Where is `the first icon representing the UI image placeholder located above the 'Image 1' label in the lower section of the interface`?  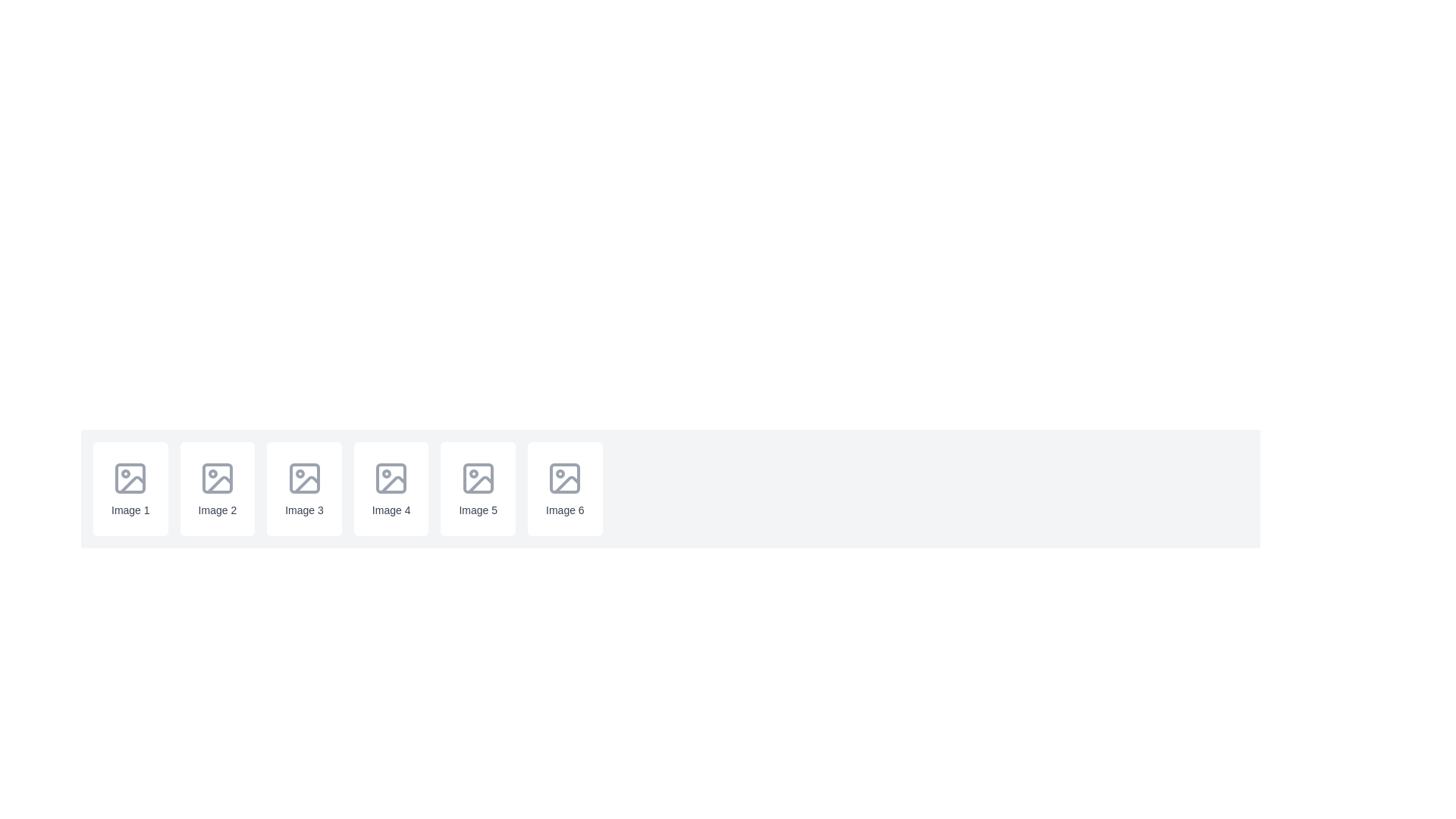 the first icon representing the UI image placeholder located above the 'Image 1' label in the lower section of the interface is located at coordinates (130, 479).